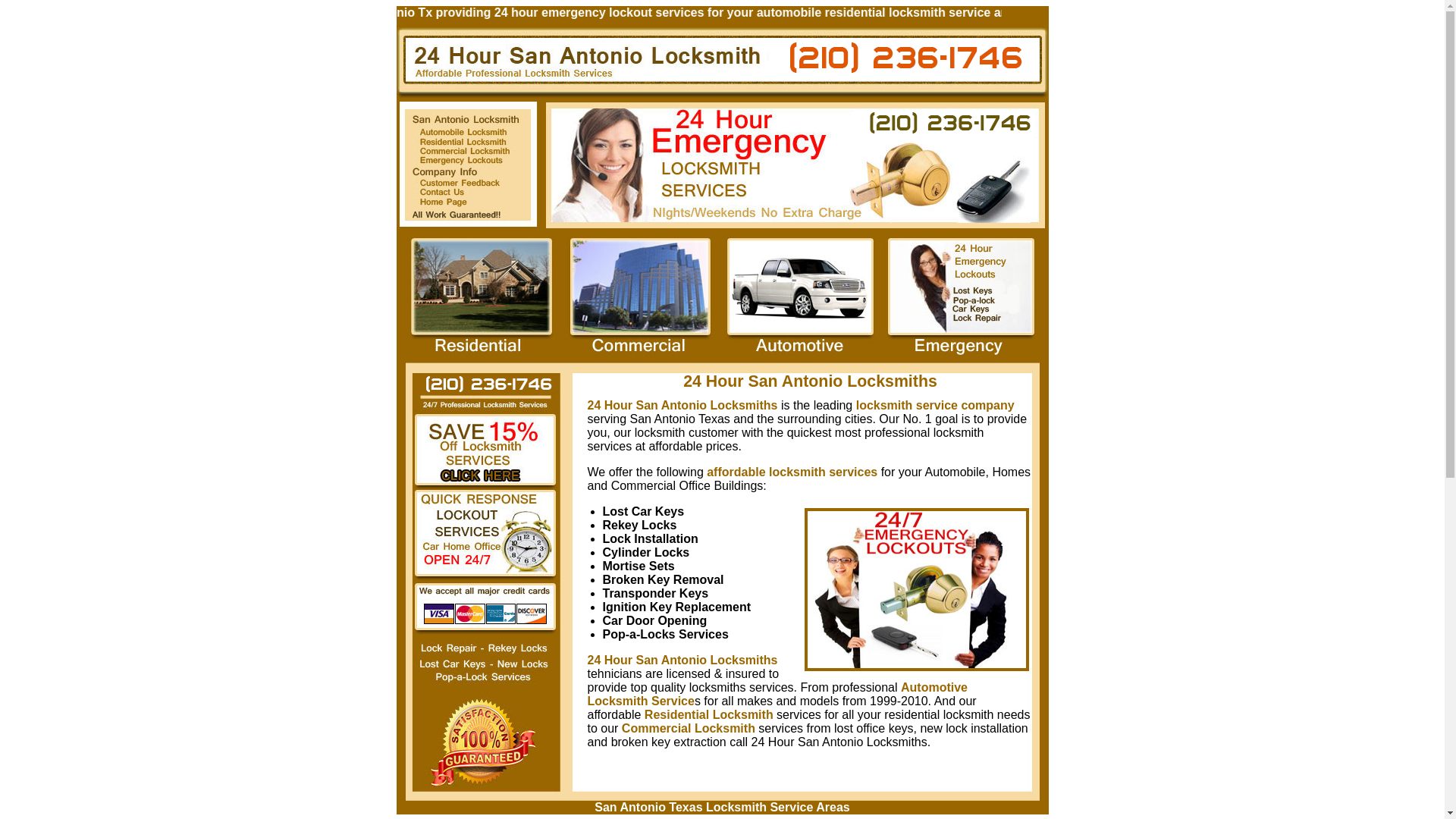 The height and width of the screenshot is (819, 1456). I want to click on '24 Hour San Antonio Locksmiths', so click(681, 404).